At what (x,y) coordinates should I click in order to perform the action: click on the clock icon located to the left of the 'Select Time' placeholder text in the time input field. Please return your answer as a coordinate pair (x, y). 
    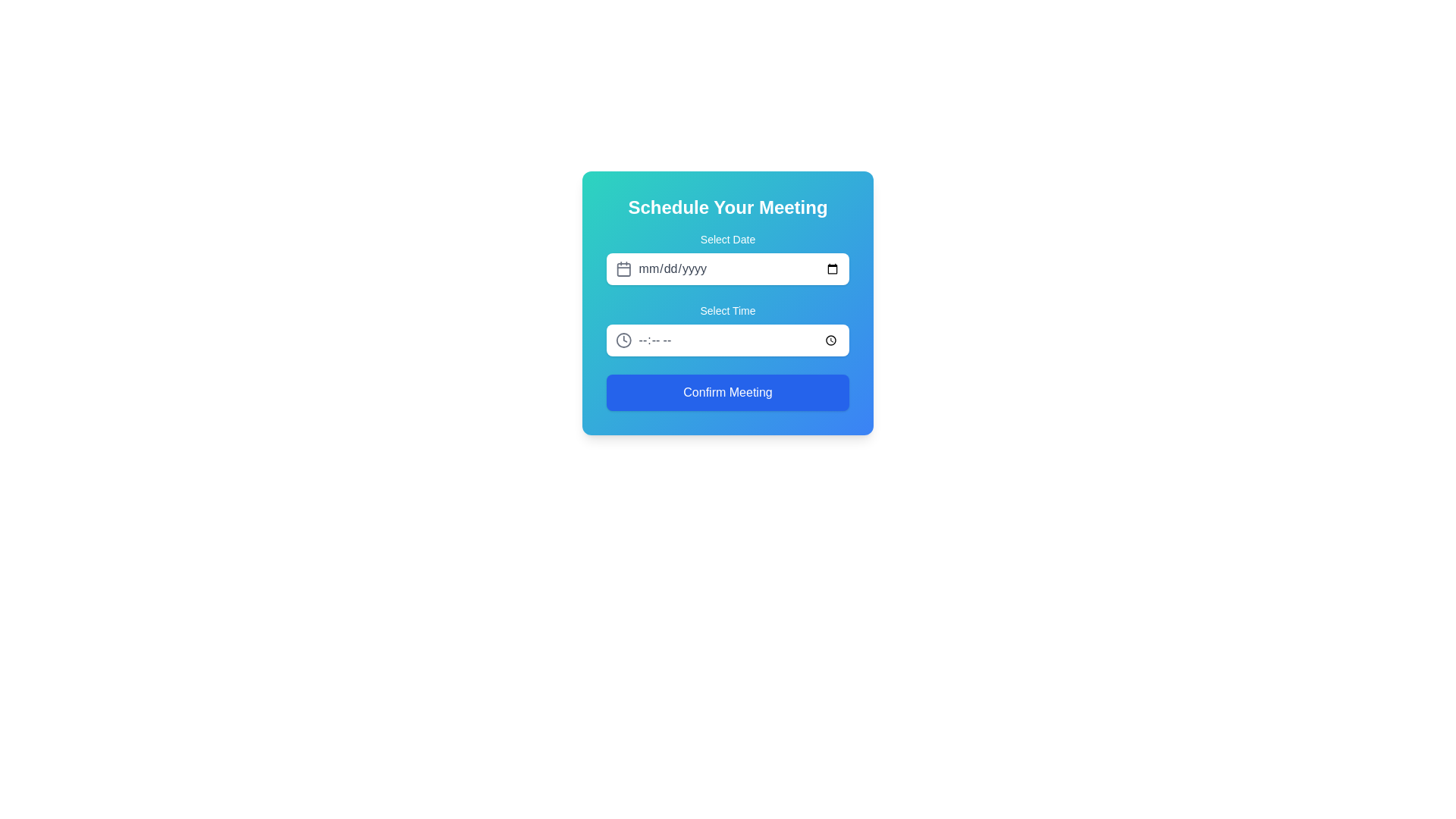
    Looking at the image, I should click on (623, 339).